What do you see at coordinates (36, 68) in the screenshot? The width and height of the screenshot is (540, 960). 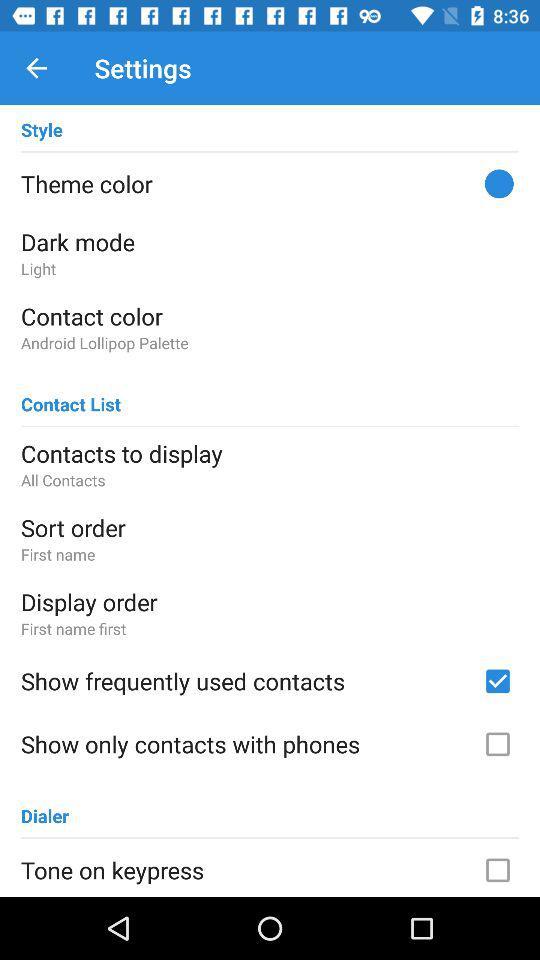 I see `item to the left of the settings` at bounding box center [36, 68].